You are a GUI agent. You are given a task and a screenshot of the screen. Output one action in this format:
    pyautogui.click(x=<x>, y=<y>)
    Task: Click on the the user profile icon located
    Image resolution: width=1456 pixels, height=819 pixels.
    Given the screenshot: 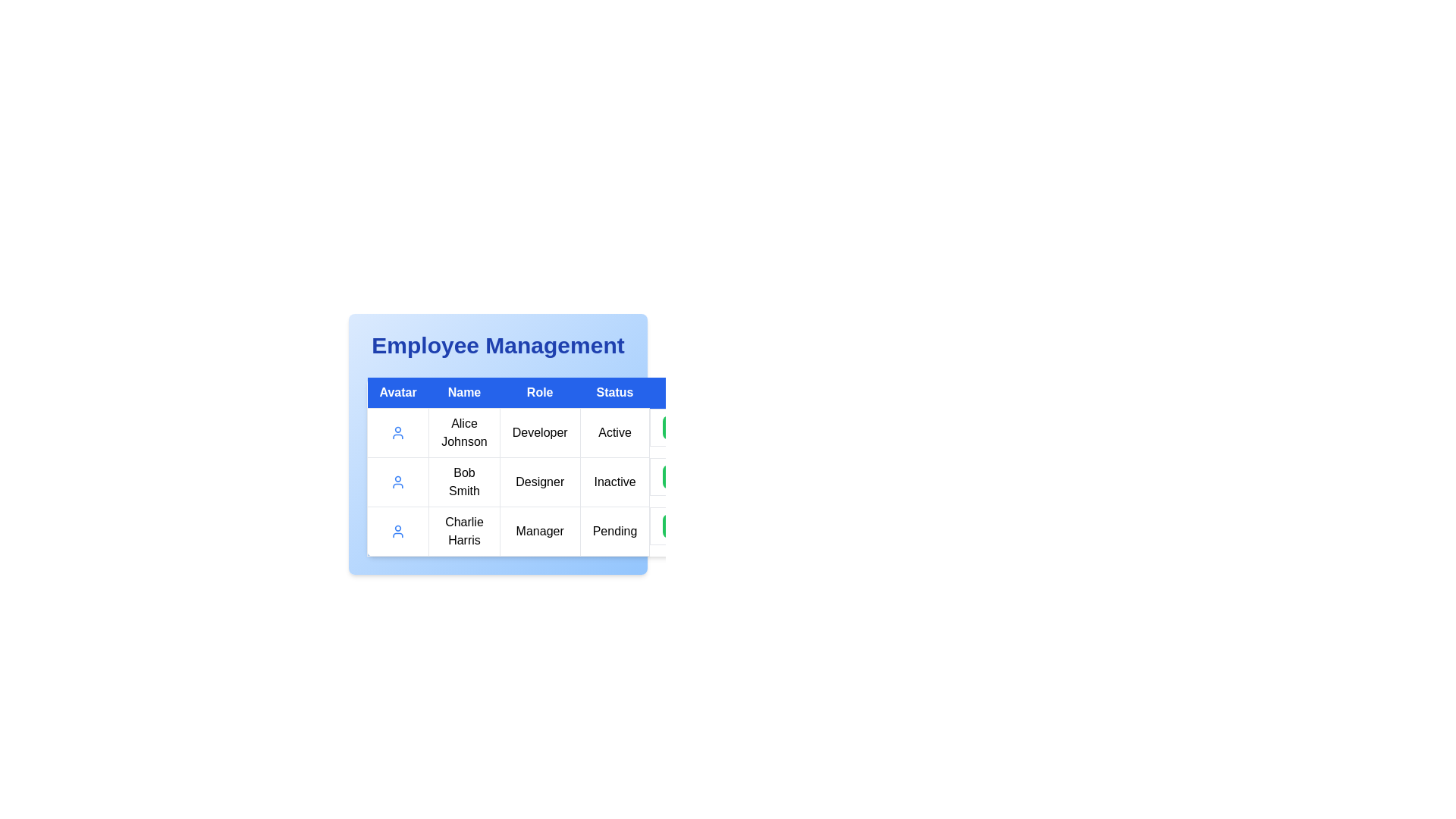 What is the action you would take?
    pyautogui.click(x=398, y=531)
    